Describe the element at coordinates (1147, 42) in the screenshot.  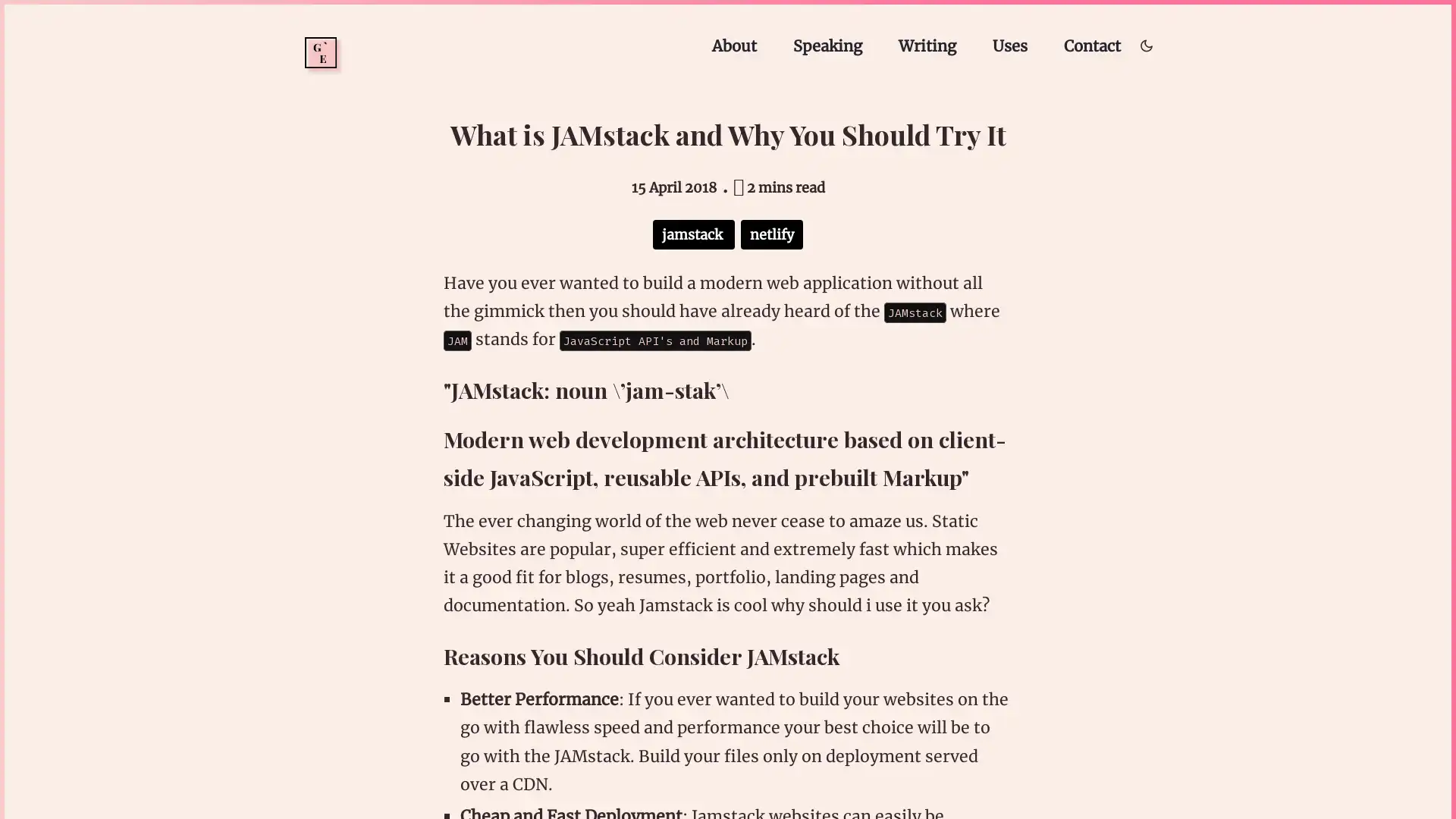
I see `Toggle dark/light` at that location.